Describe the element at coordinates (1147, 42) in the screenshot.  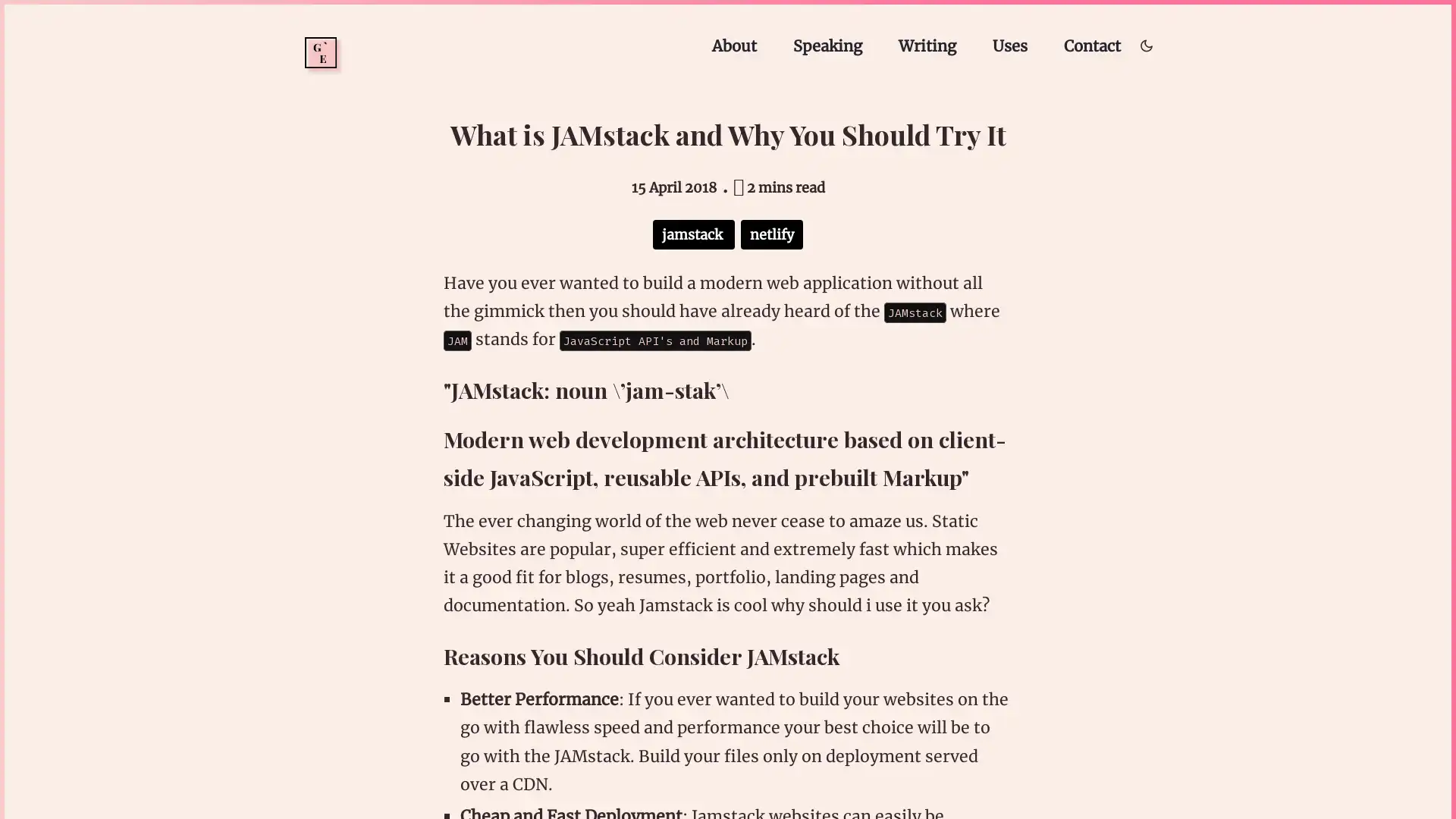
I see `Toggle dark/light` at that location.